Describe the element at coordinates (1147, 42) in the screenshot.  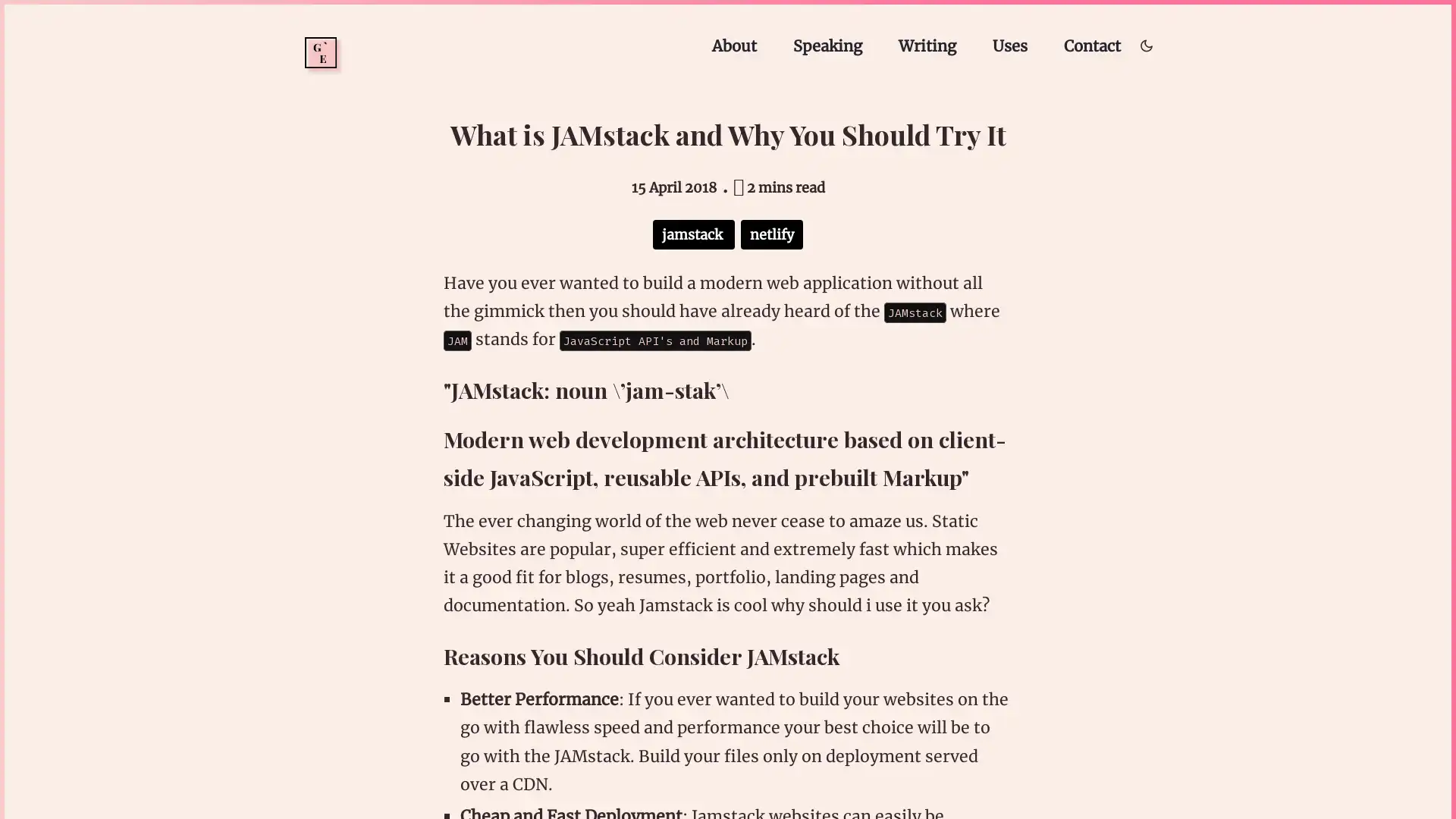
I see `Toggle dark/light` at that location.